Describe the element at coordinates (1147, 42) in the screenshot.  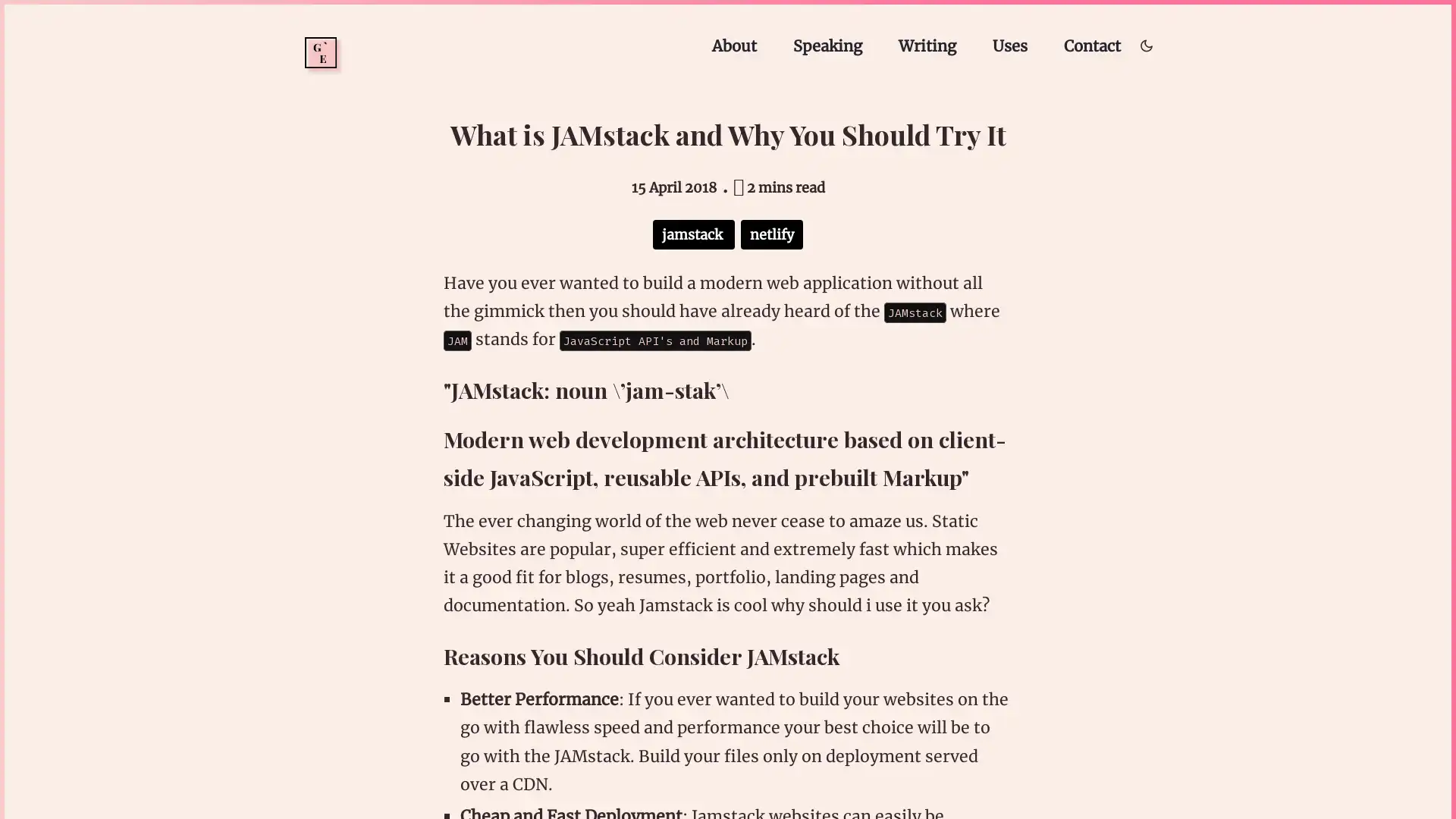
I see `Toggle dark/light` at that location.